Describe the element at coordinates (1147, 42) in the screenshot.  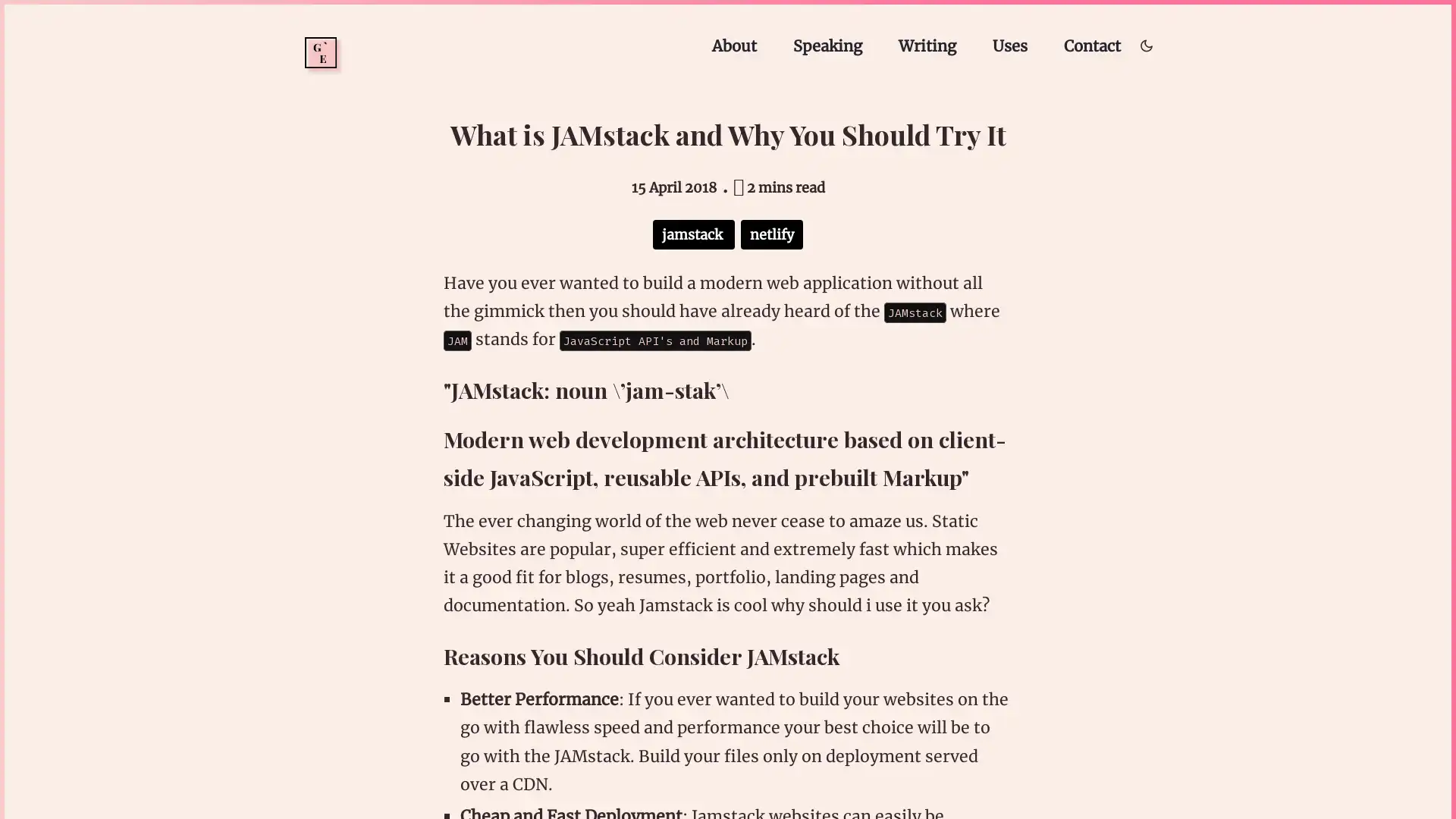
I see `Toggle dark/light` at that location.